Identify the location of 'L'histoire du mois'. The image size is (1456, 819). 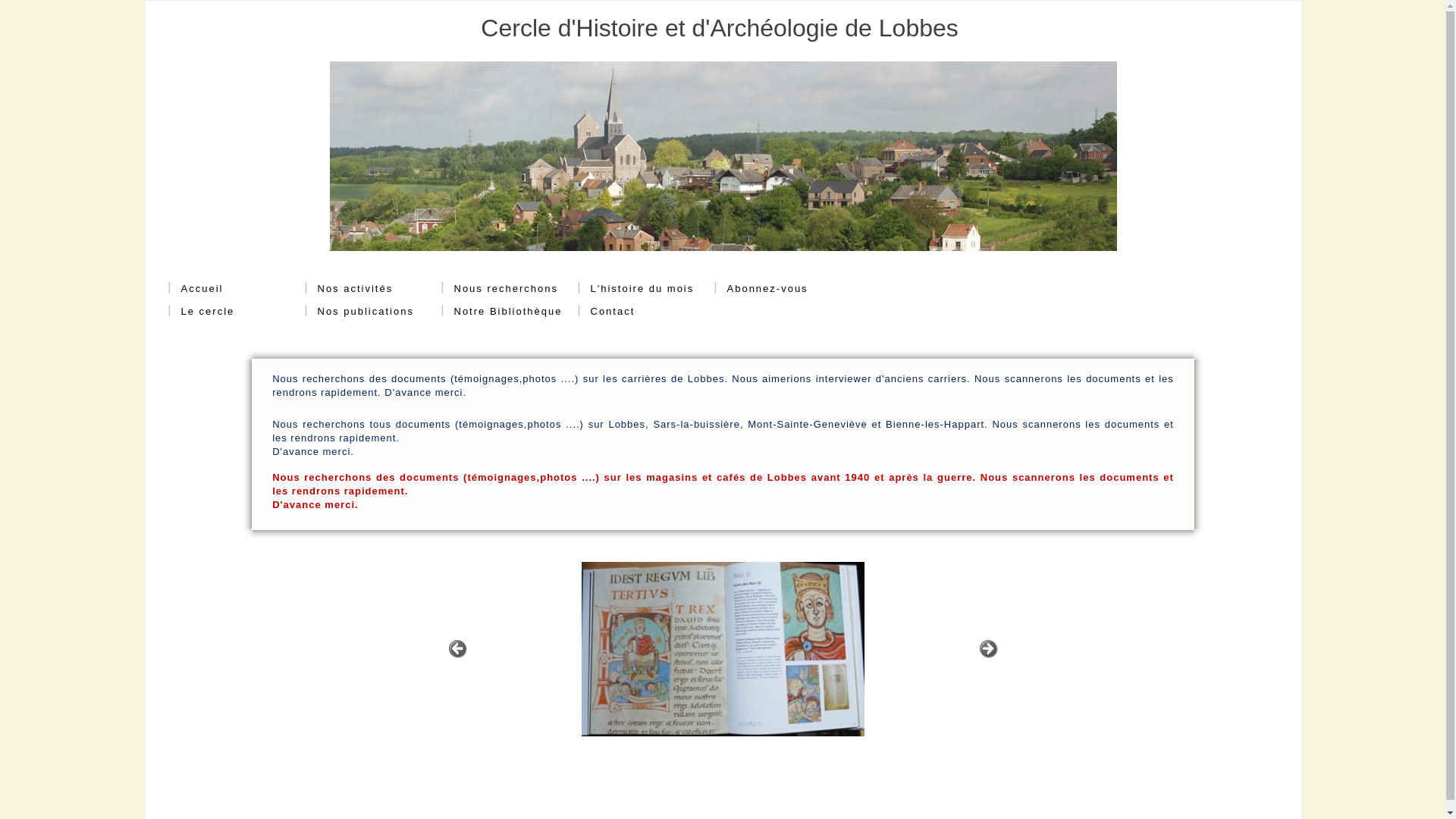
(636, 289).